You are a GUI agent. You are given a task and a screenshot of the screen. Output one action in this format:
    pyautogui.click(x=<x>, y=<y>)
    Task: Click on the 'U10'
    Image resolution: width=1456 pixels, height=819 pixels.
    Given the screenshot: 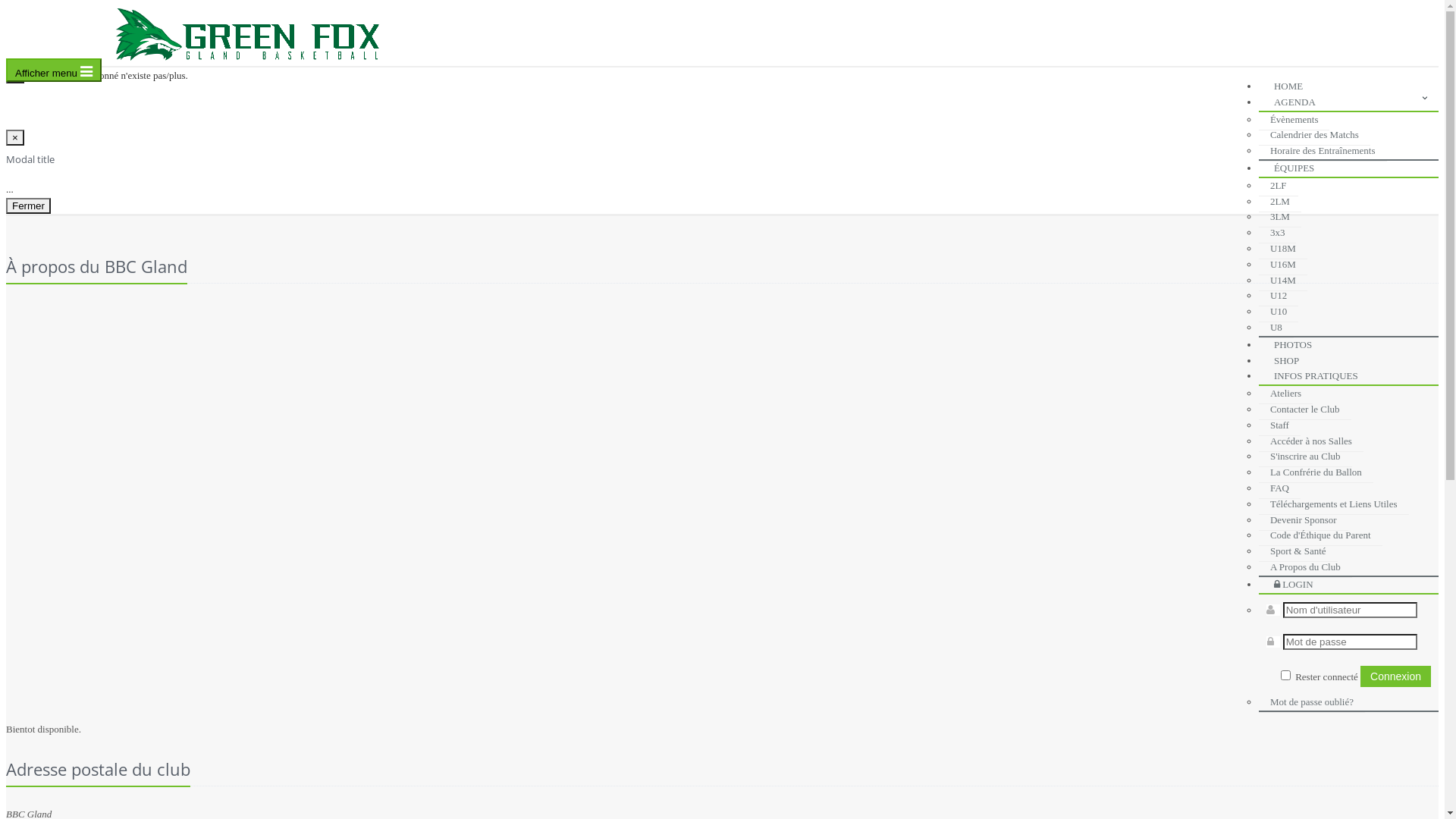 What is the action you would take?
    pyautogui.click(x=1277, y=311)
    